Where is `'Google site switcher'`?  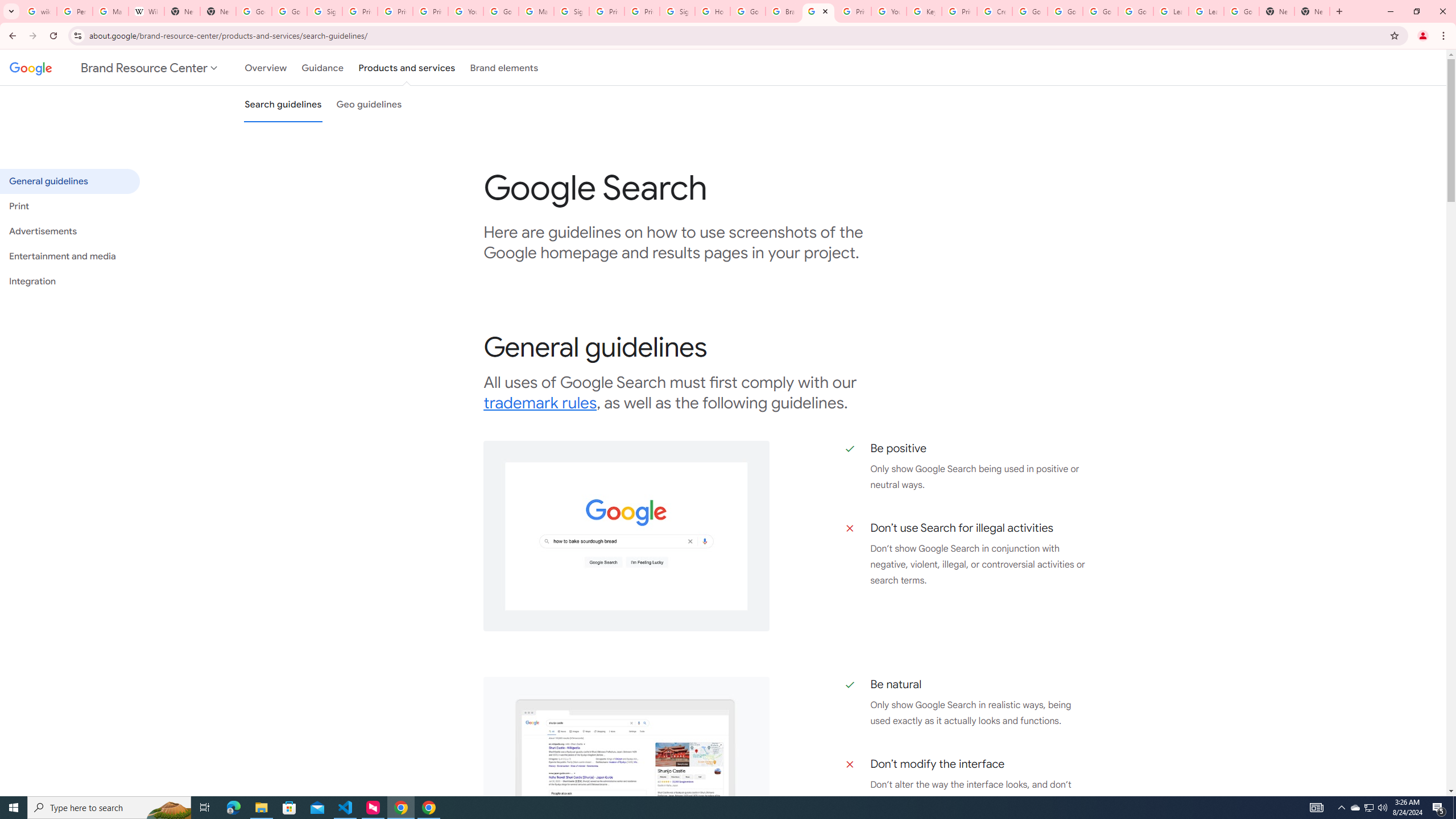
'Google site switcher' is located at coordinates (114, 67).